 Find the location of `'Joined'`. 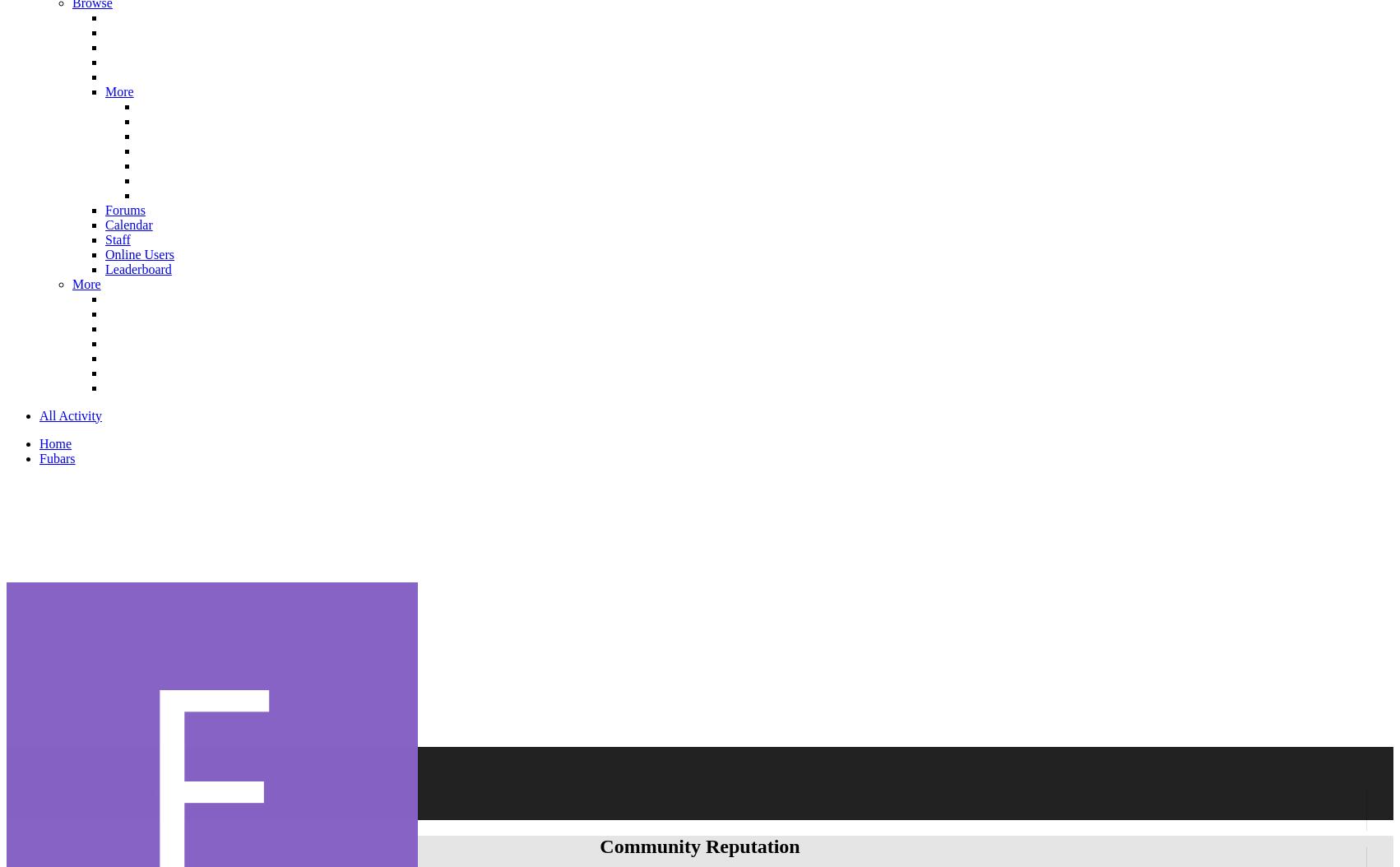

'Joined' is located at coordinates (166, 852).